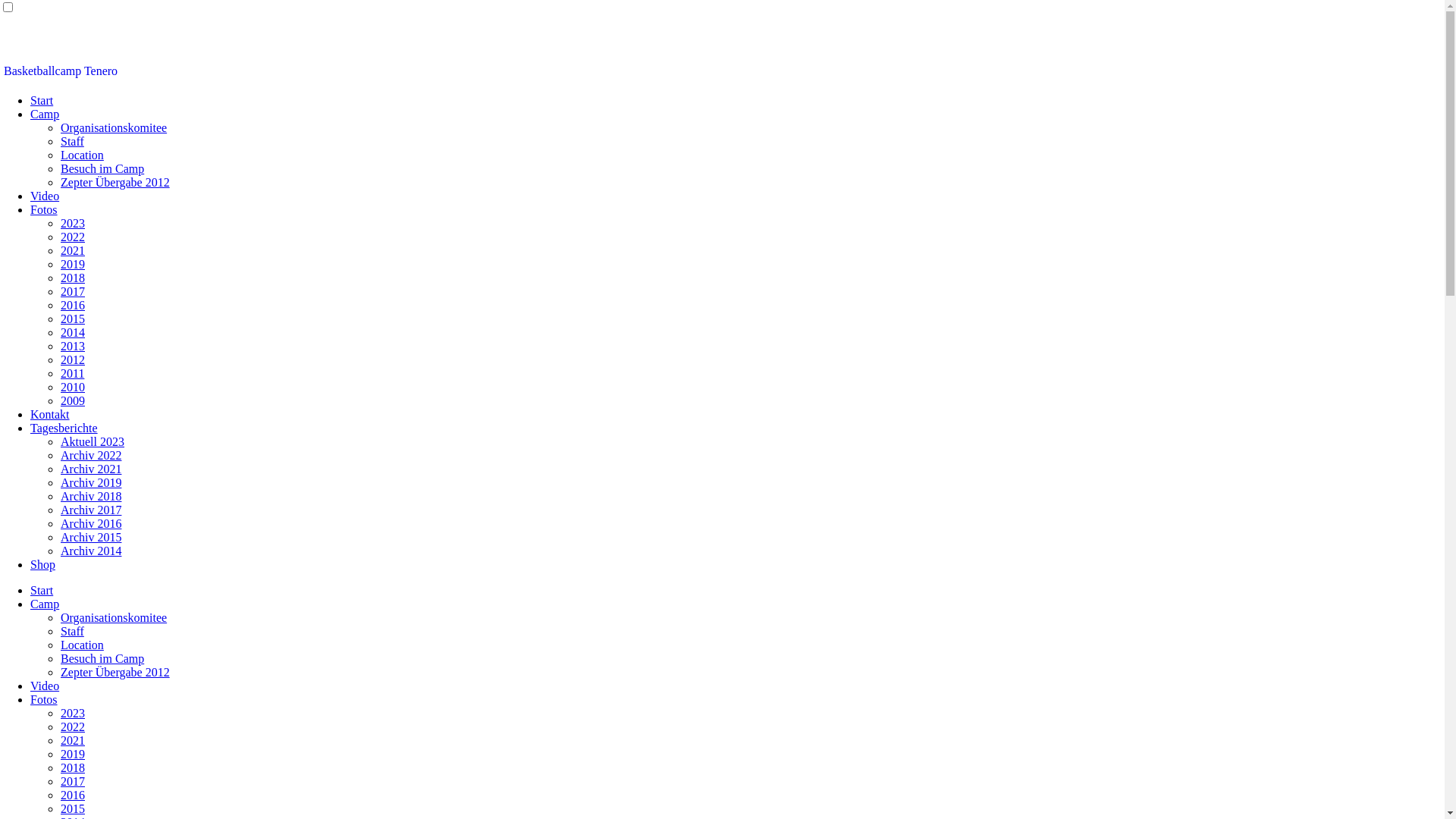  Describe the element at coordinates (30, 428) in the screenshot. I see `'Tagesberichte'` at that location.